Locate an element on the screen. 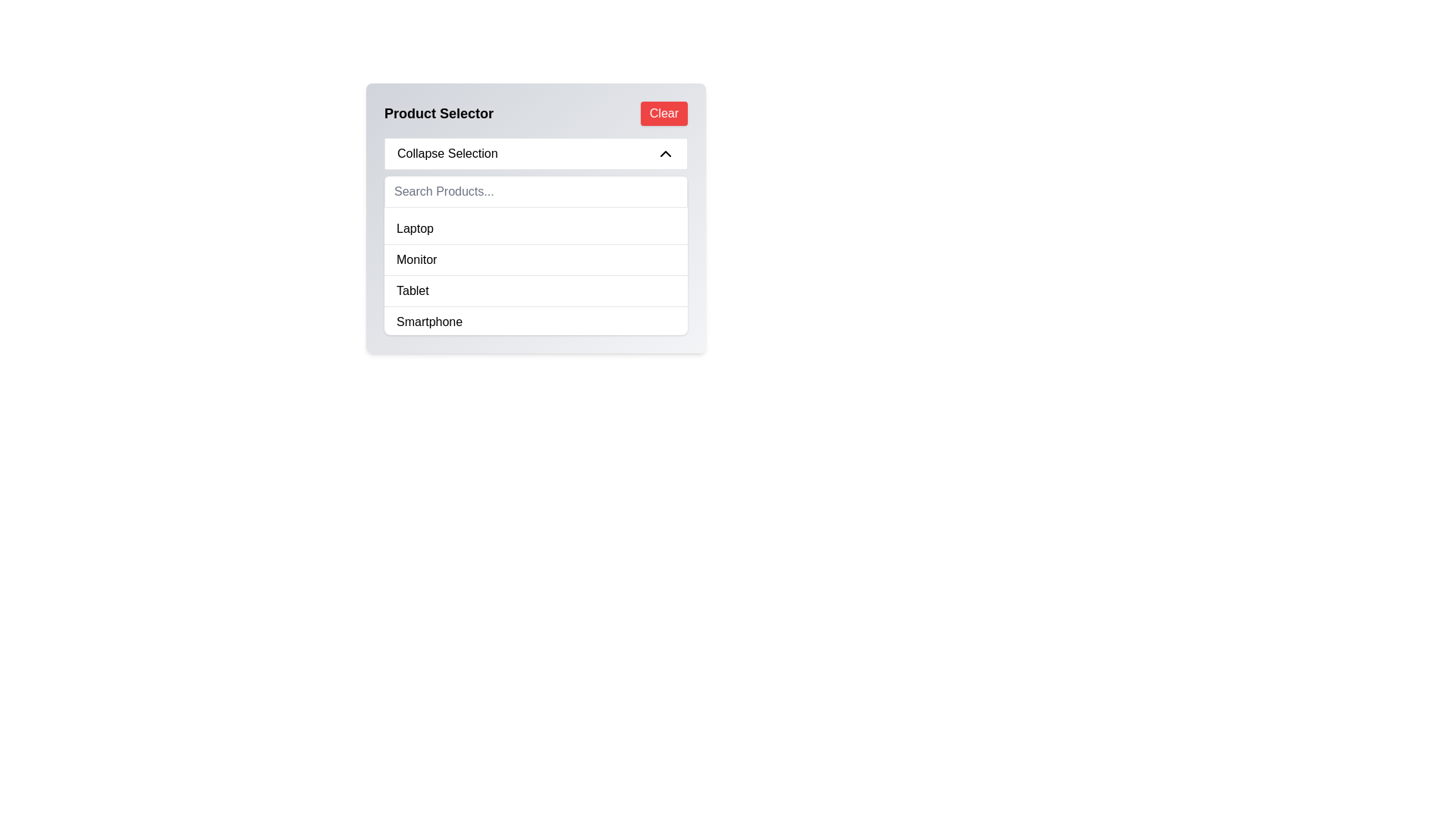 The height and width of the screenshot is (819, 1456). the 'Tablet' text label in the third position of the vertical list within the dropdown menu is located at coordinates (413, 291).